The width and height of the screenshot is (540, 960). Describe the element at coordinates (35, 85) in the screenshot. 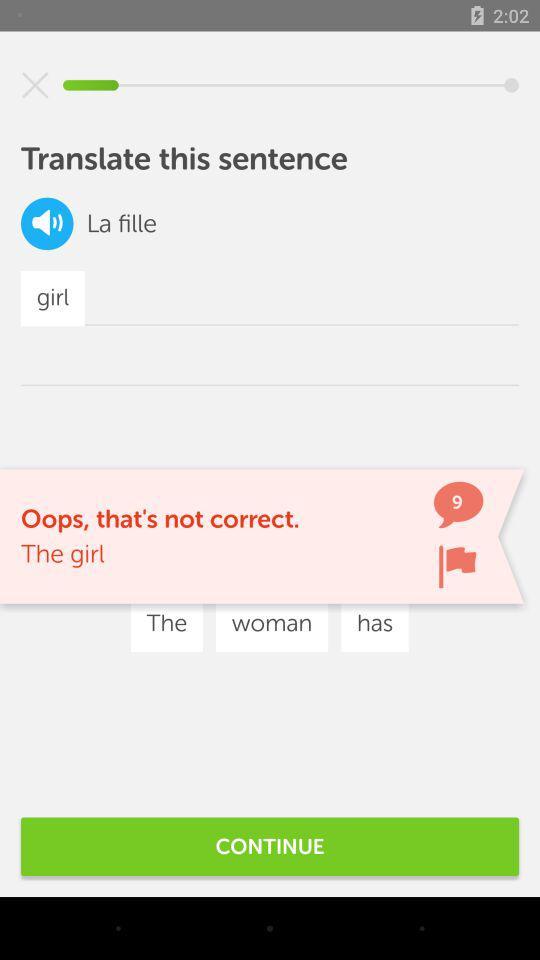

I see `the star icon` at that location.